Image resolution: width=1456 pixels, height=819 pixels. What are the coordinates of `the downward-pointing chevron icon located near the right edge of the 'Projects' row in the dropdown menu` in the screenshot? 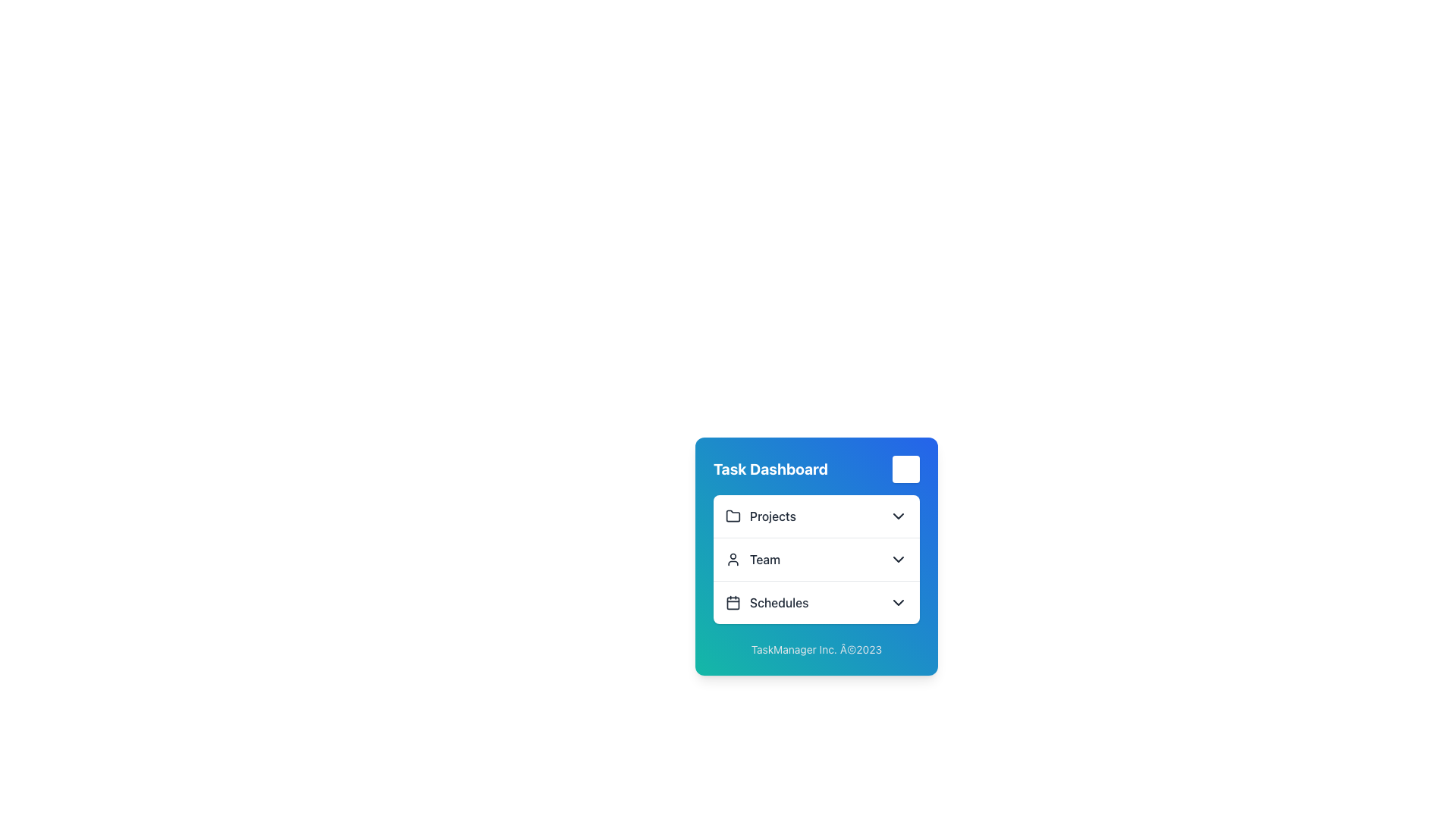 It's located at (899, 516).